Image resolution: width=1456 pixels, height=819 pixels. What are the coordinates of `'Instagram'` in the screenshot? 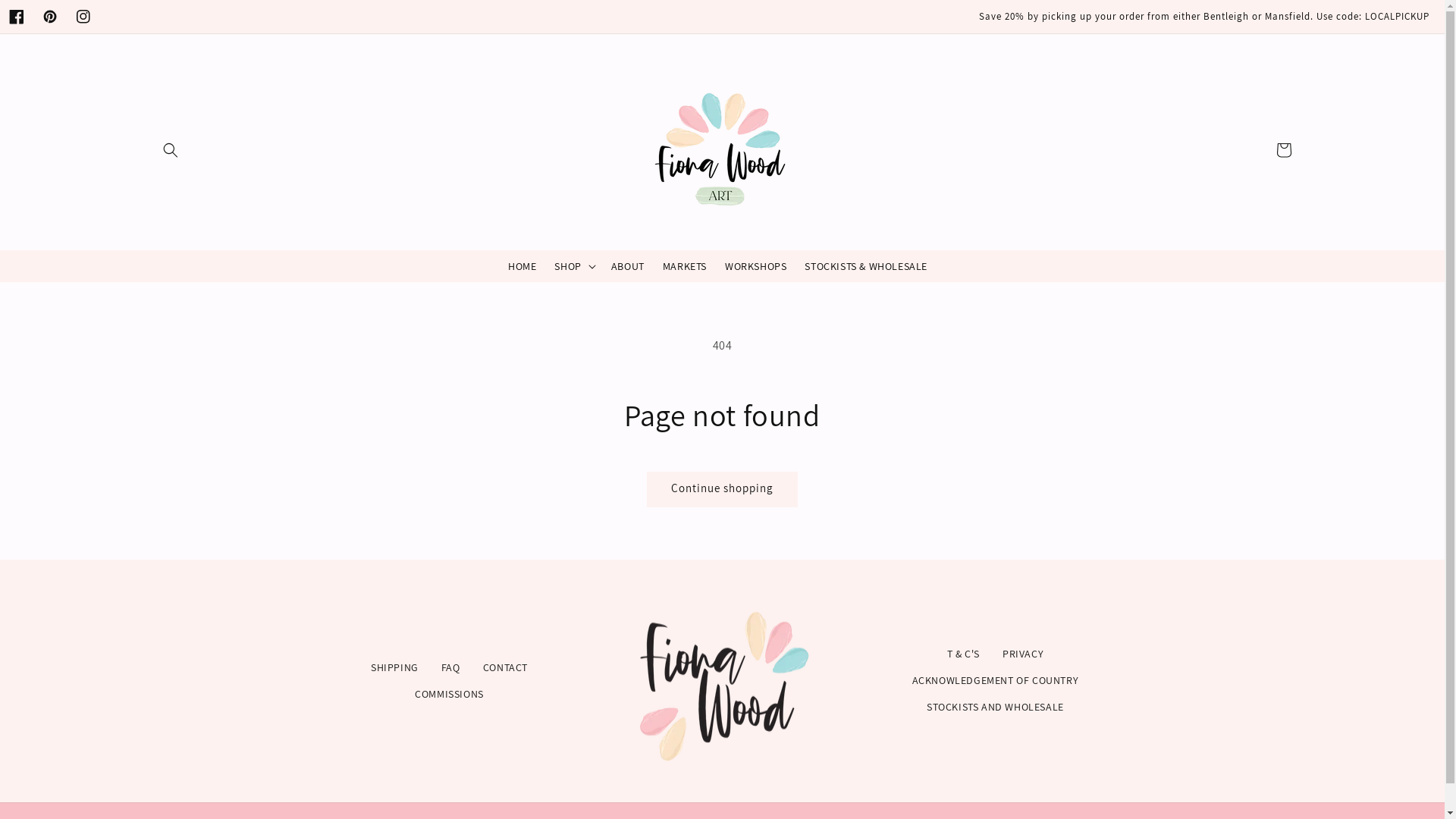 It's located at (65, 17).